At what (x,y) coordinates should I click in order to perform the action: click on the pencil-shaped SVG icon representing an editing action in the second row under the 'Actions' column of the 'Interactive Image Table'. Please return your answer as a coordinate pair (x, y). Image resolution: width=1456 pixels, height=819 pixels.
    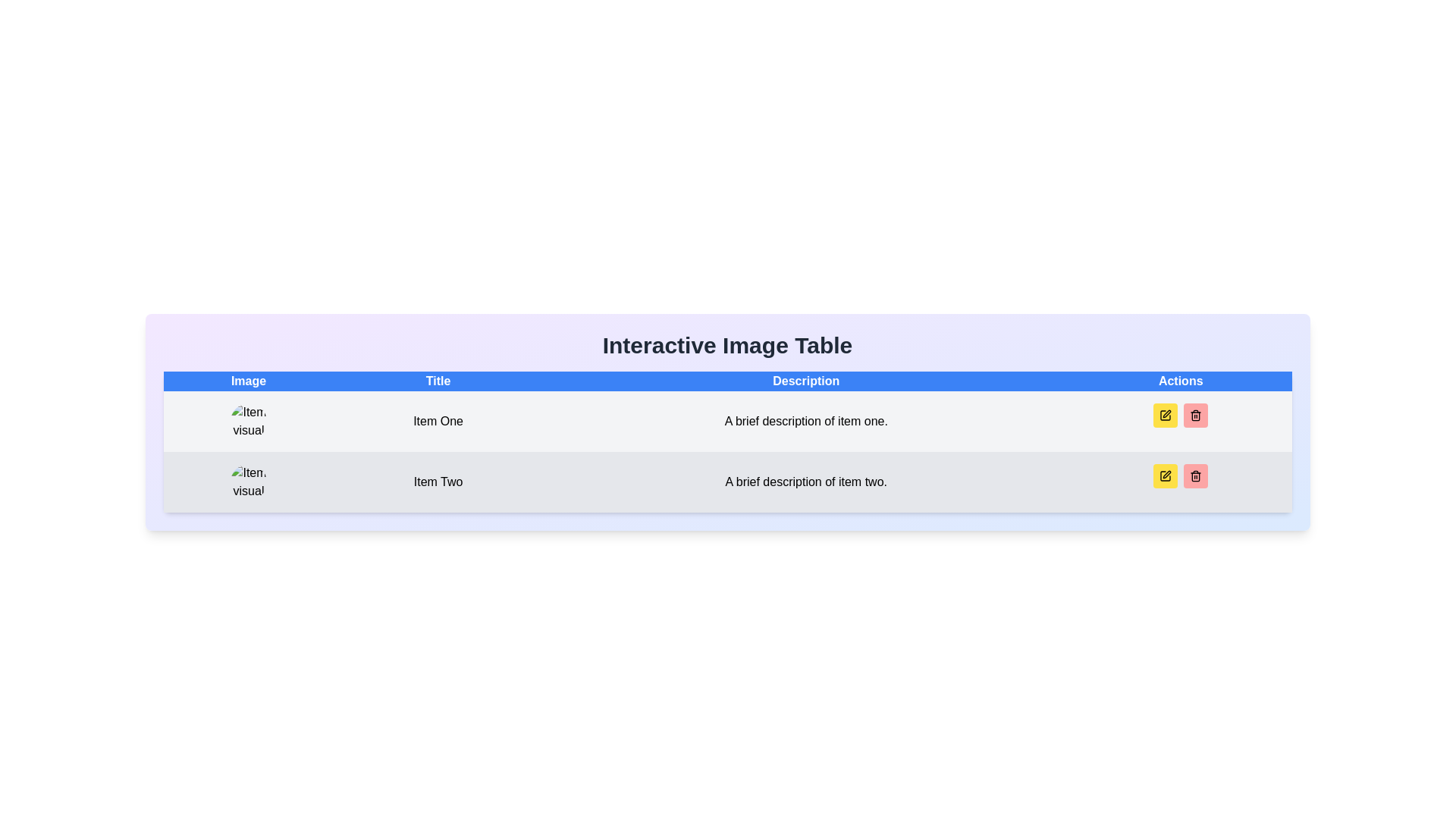
    Looking at the image, I should click on (1166, 414).